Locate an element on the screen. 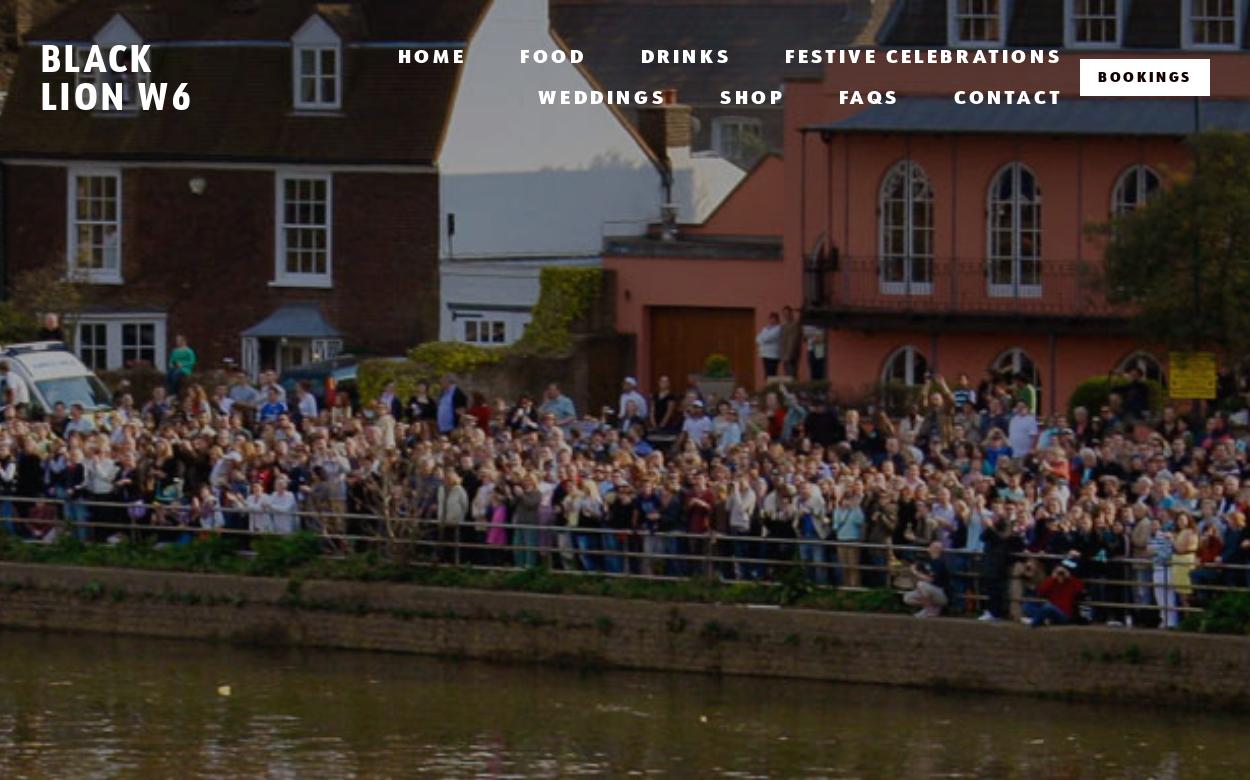 This screenshot has height=780, width=1250. 'Food' is located at coordinates (553, 57).